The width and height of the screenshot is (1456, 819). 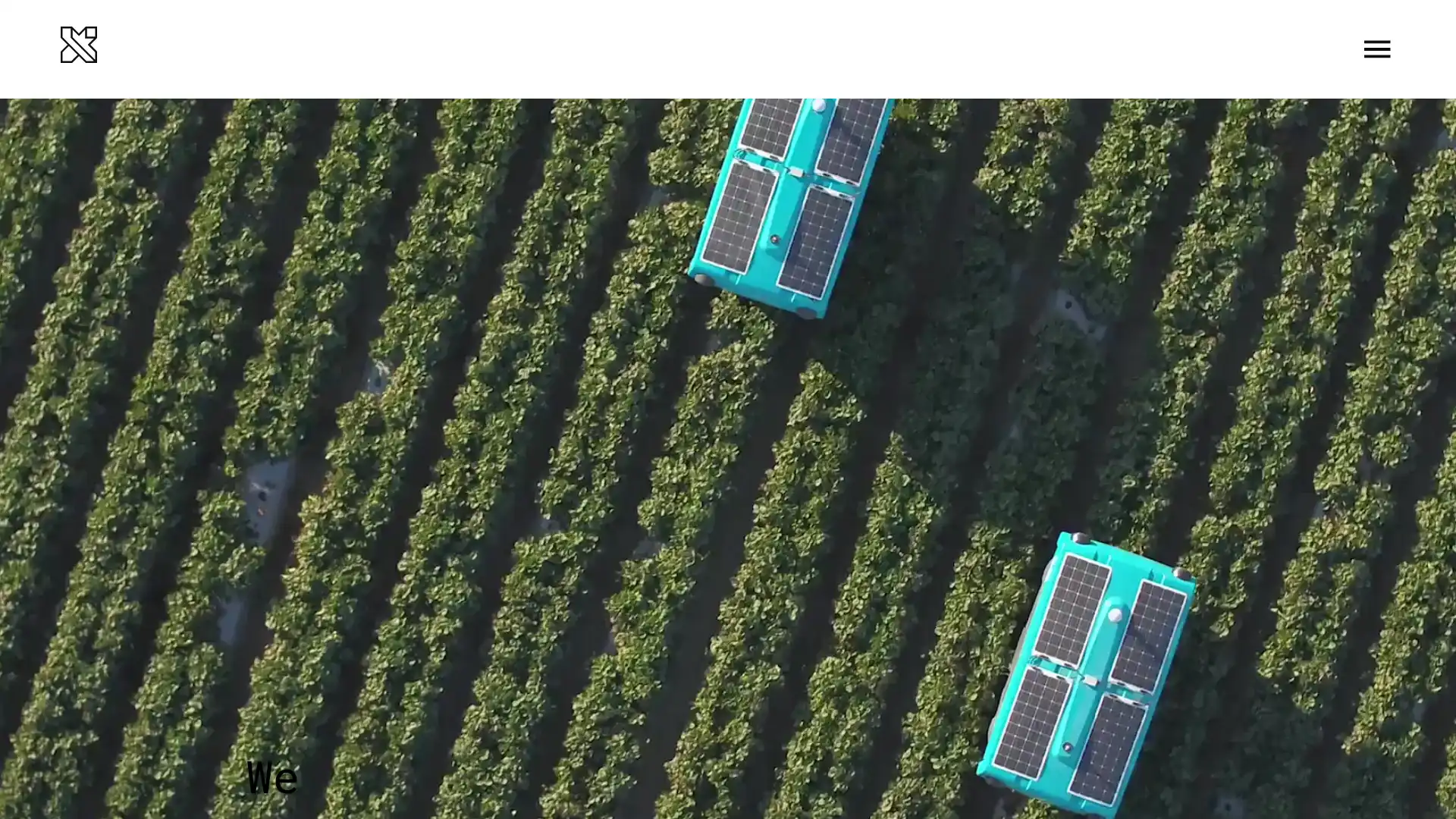 I want to click on A Makani plane takes off from an offshore buoy at sea and generates power from the wind Makani graduates After the latest Makani model generates 600 kilowatts of electricity  enough energy to power about 300 homes  Makani becomes an independent company within Alphabet and partners with Shell to continue working towards clean, affordable wind power., so click(x=768, y=107).